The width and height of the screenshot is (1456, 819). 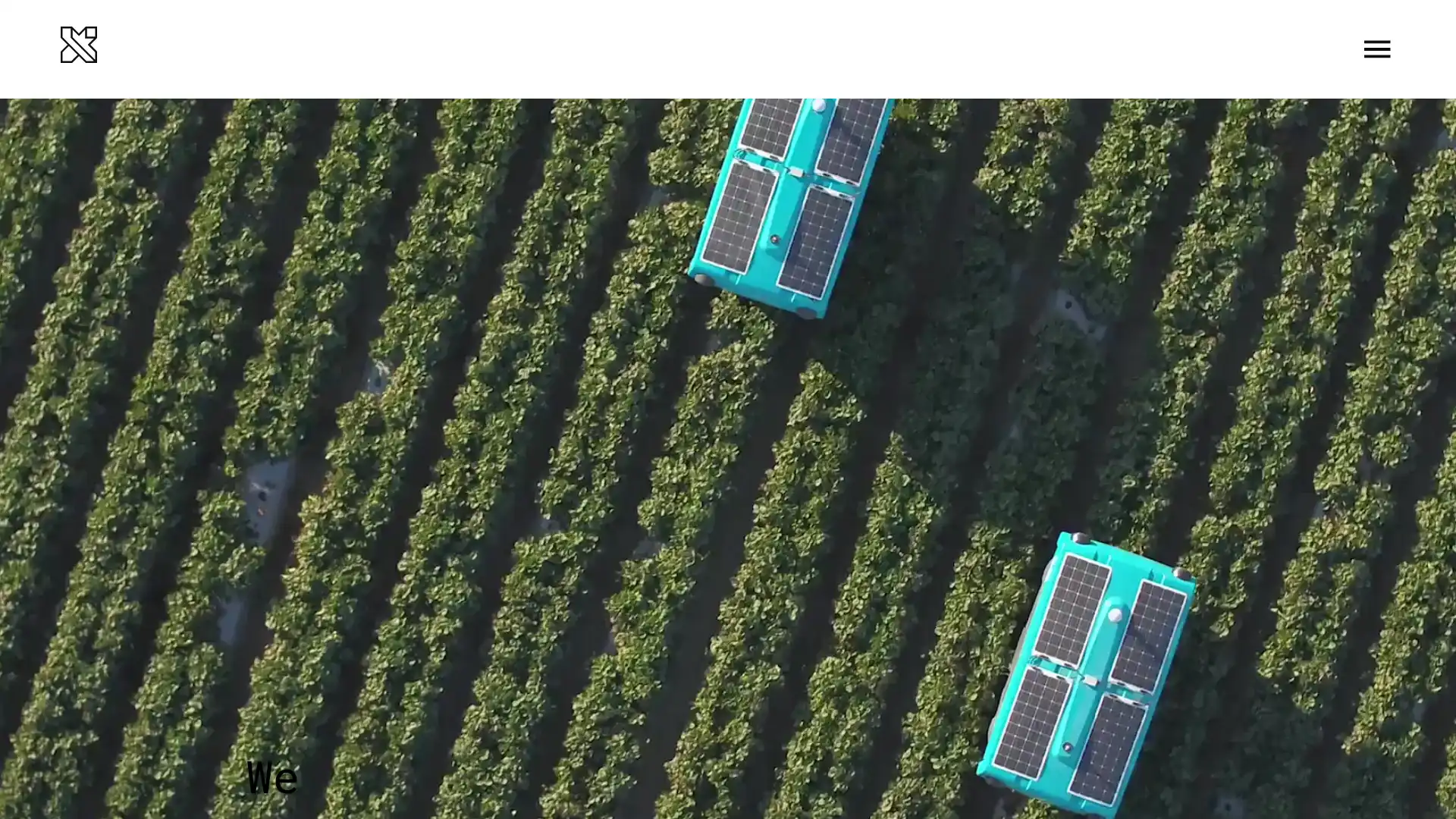 I want to click on A Makani plane takes off from an offshore buoy at sea and generates power from the wind Makani graduates After the latest Makani model generates 600 kilowatts of electricity  enough energy to power about 300 homes  Makani becomes an independent company within Alphabet and partners with Shell to continue working towards clean, affordable wind power., so click(x=768, y=107).